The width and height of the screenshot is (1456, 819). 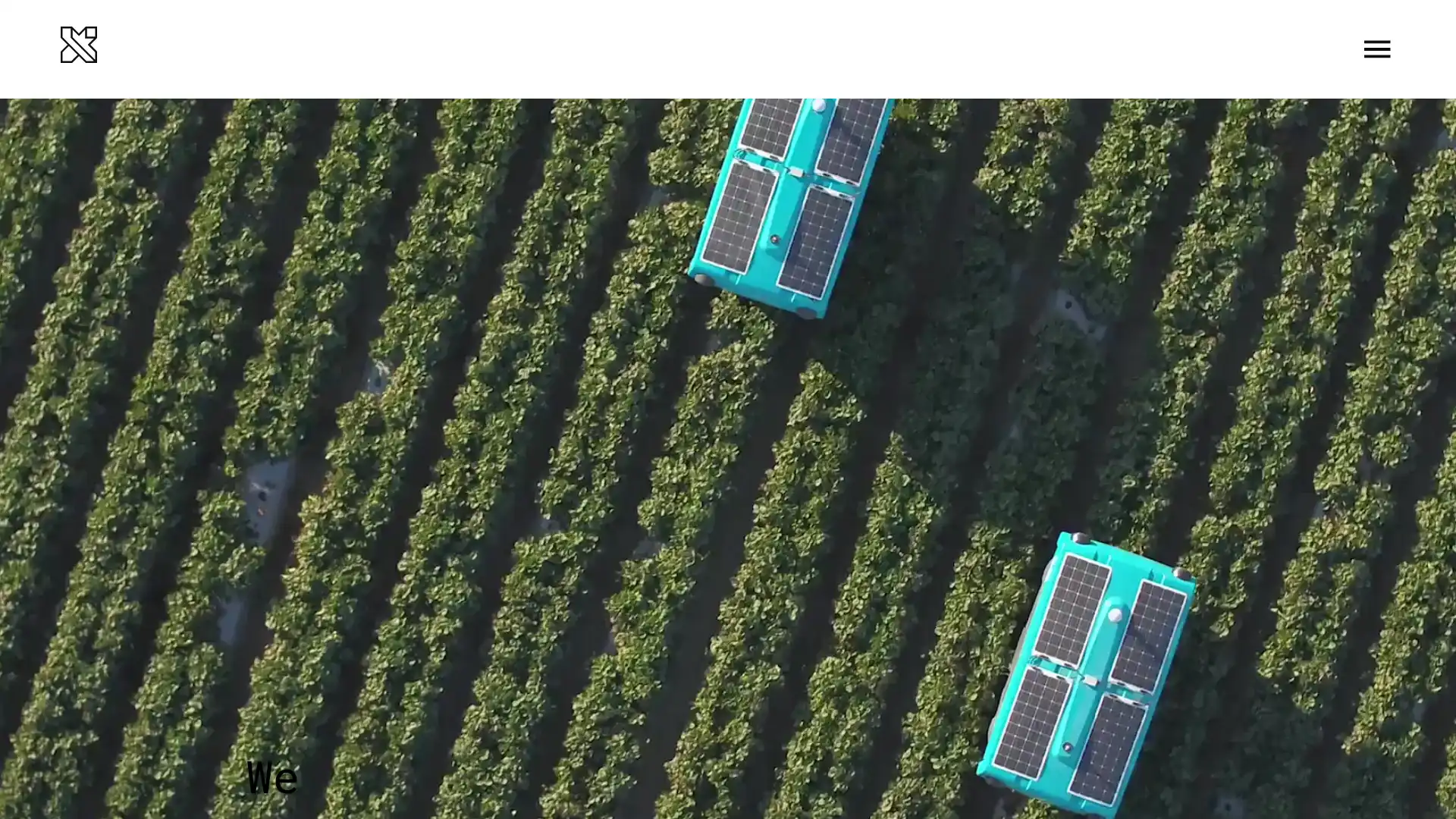 I want to click on A Makani plane takes off from an offshore buoy at sea and generates power from the wind Makani graduates After the latest Makani model generates 600 kilowatts of electricity  enough energy to power about 300 homes  Makani becomes an independent company within Alphabet and partners with Shell to continue working towards clean, affordable wind power., so click(x=768, y=107).